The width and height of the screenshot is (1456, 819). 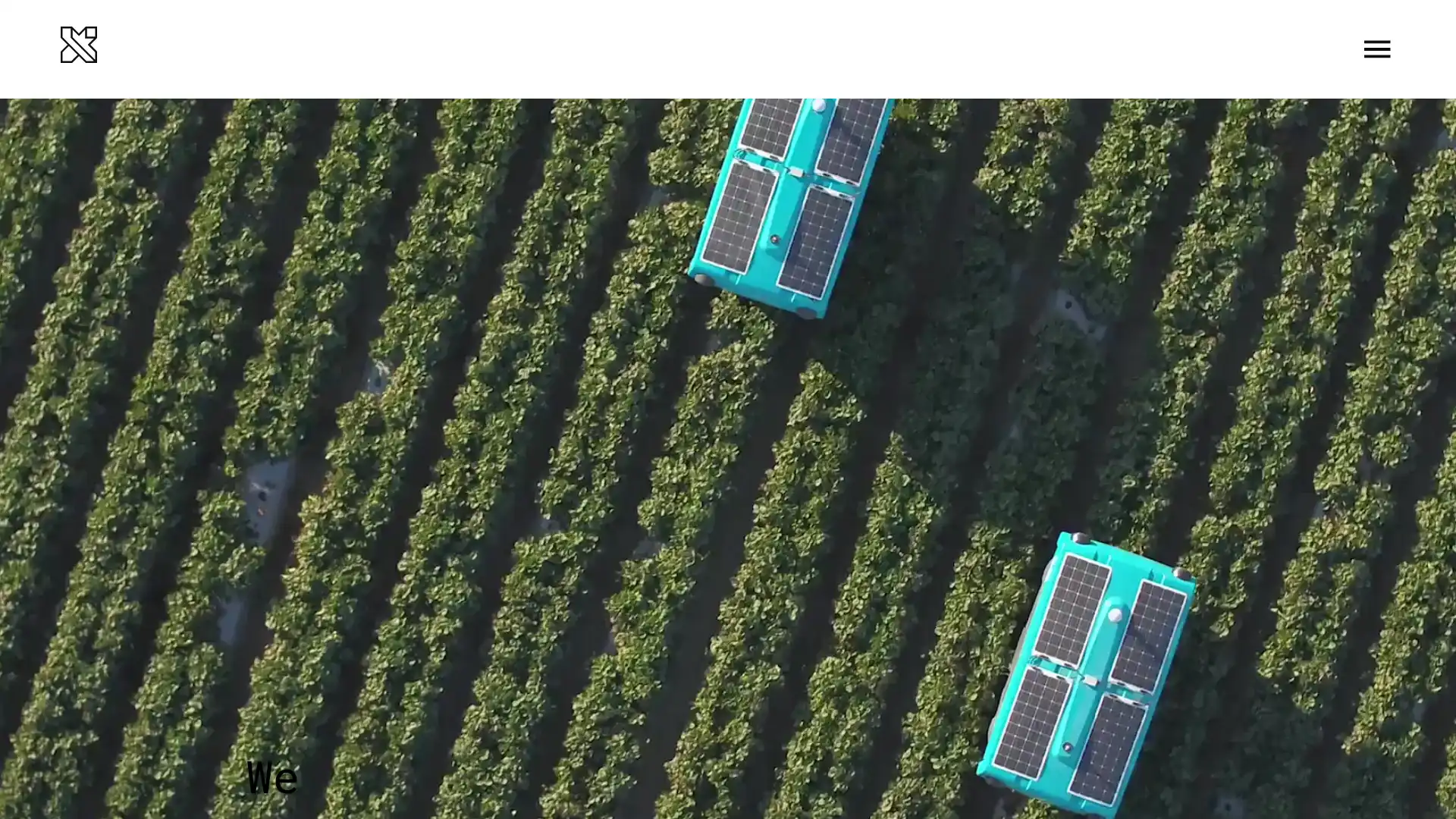 I want to click on A Makani plane takes off from an offshore buoy at sea and generates power from the wind Makani graduates After the latest Makani model generates 600 kilowatts of electricity  enough energy to power about 300 homes  Makani becomes an independent company within Alphabet and partners with Shell to continue working towards clean, affordable wind power., so click(x=768, y=107).